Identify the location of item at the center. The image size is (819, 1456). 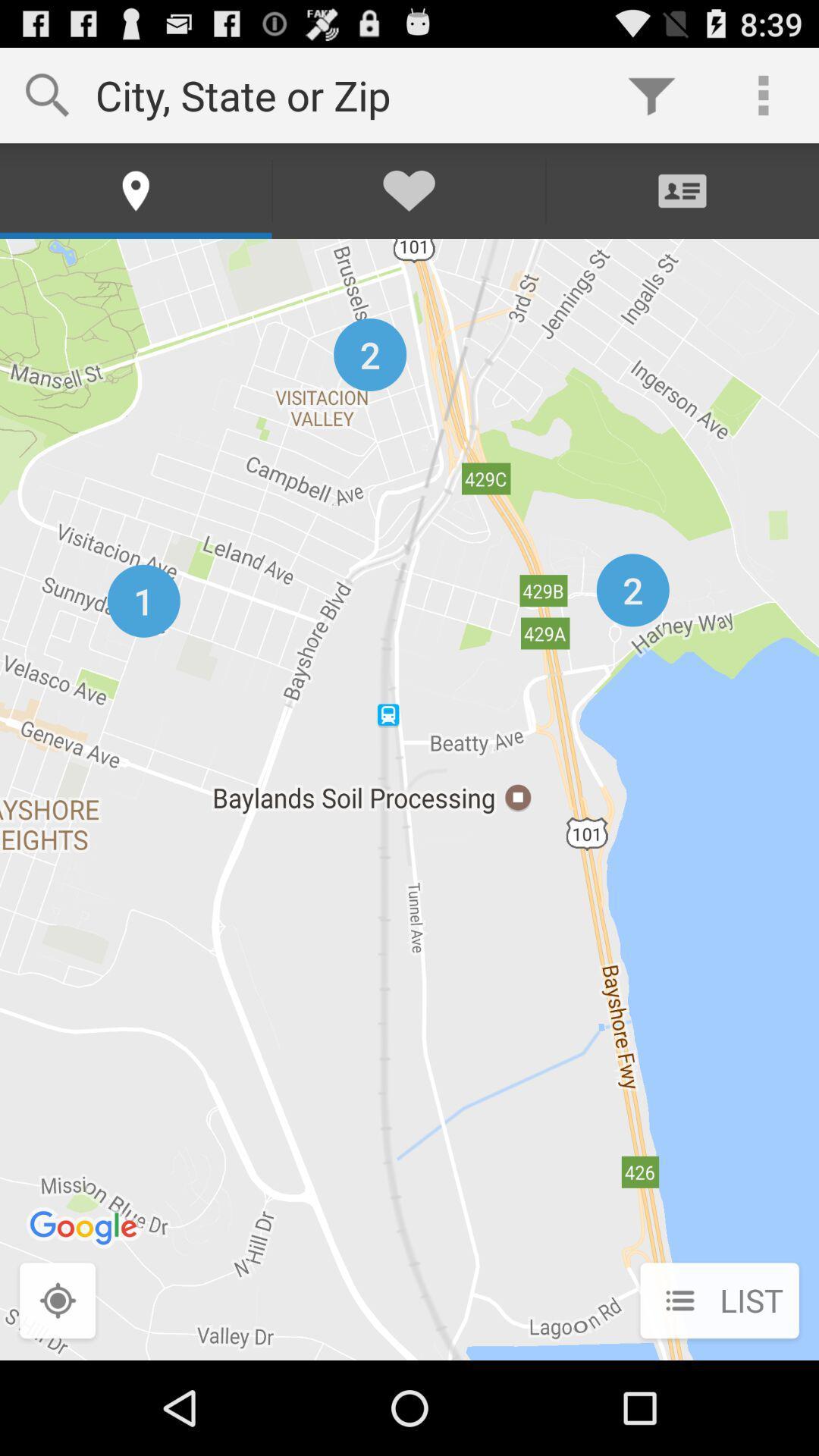
(409, 799).